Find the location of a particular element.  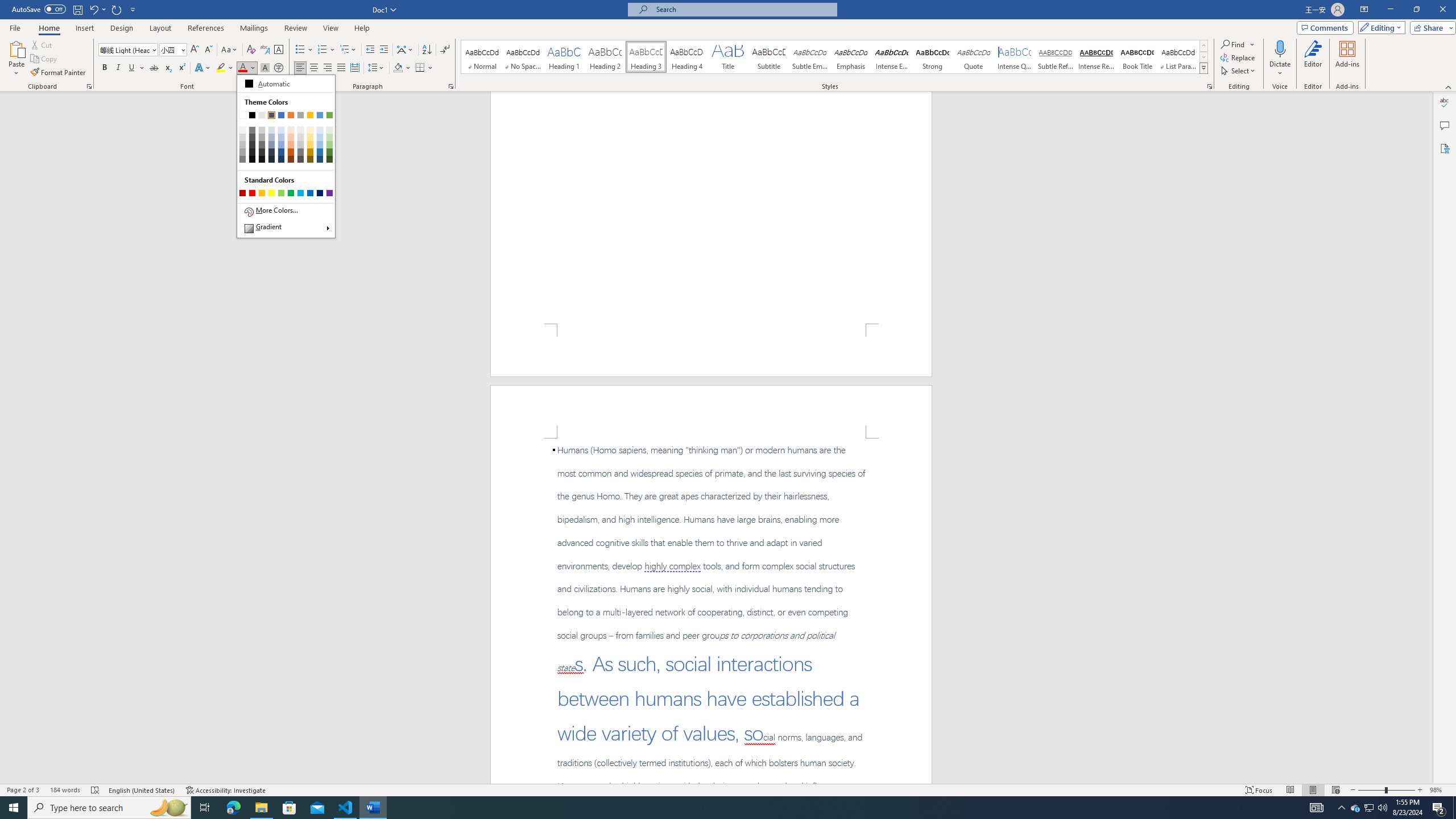

'Book Title' is located at coordinates (1136, 56).